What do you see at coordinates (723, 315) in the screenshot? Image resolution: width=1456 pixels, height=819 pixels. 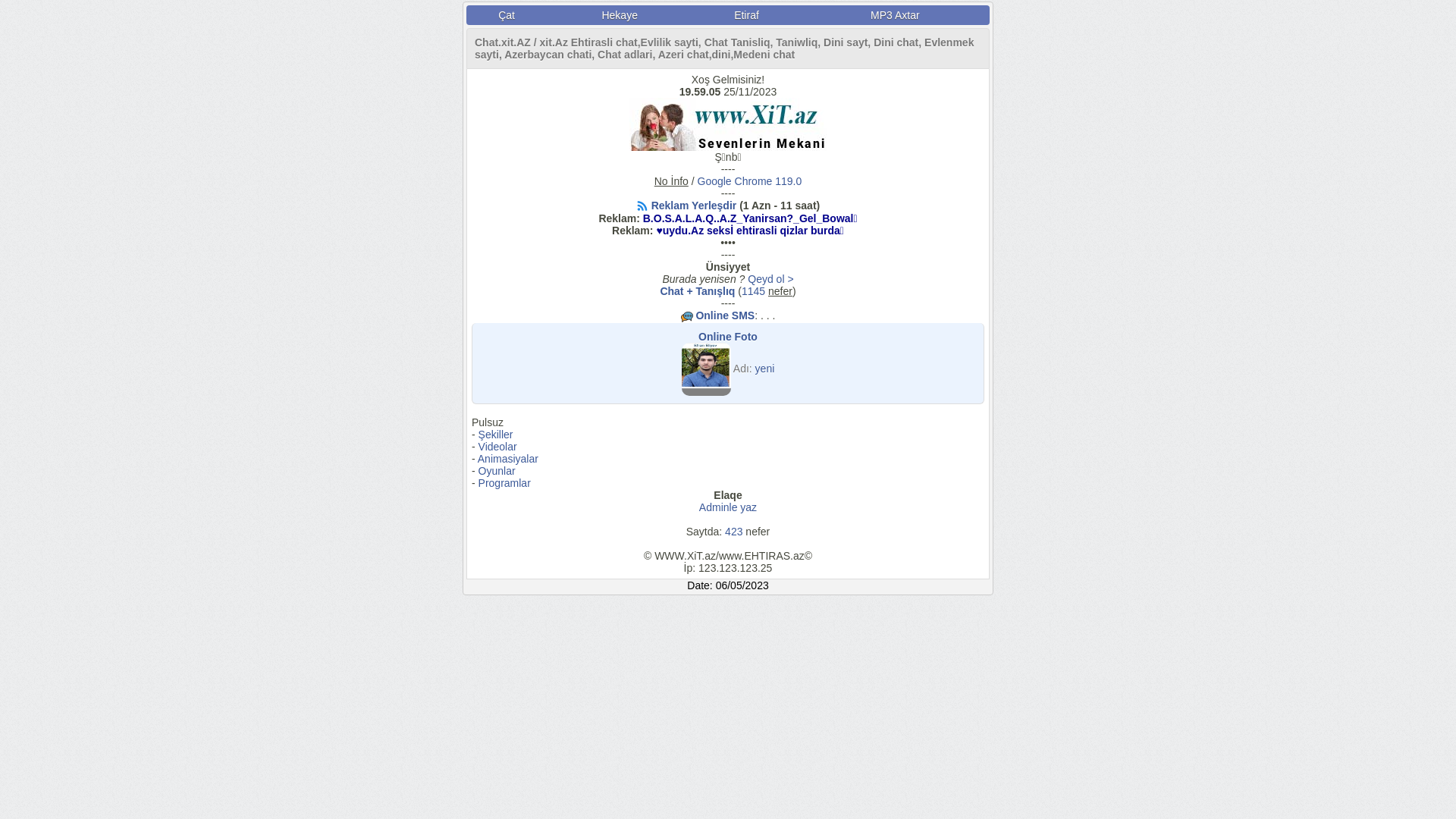 I see `'Online SMS'` at bounding box center [723, 315].